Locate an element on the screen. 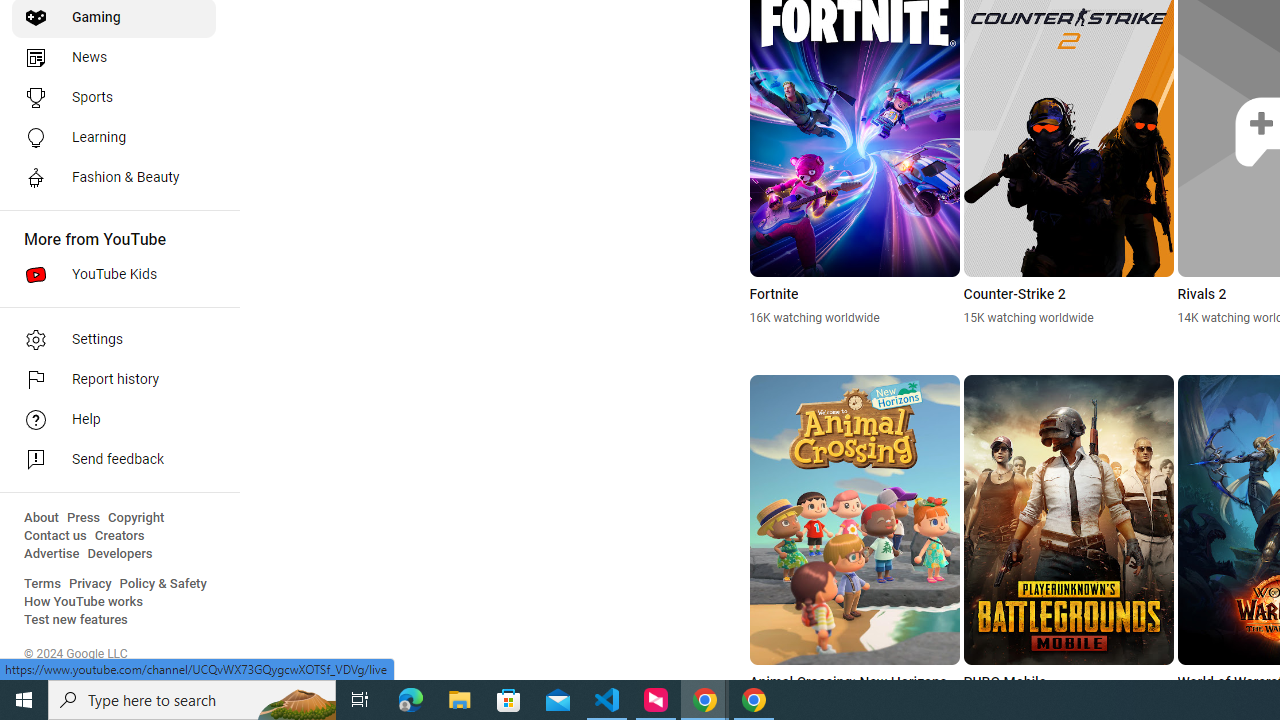  'Policy & Safety' is located at coordinates (163, 584).